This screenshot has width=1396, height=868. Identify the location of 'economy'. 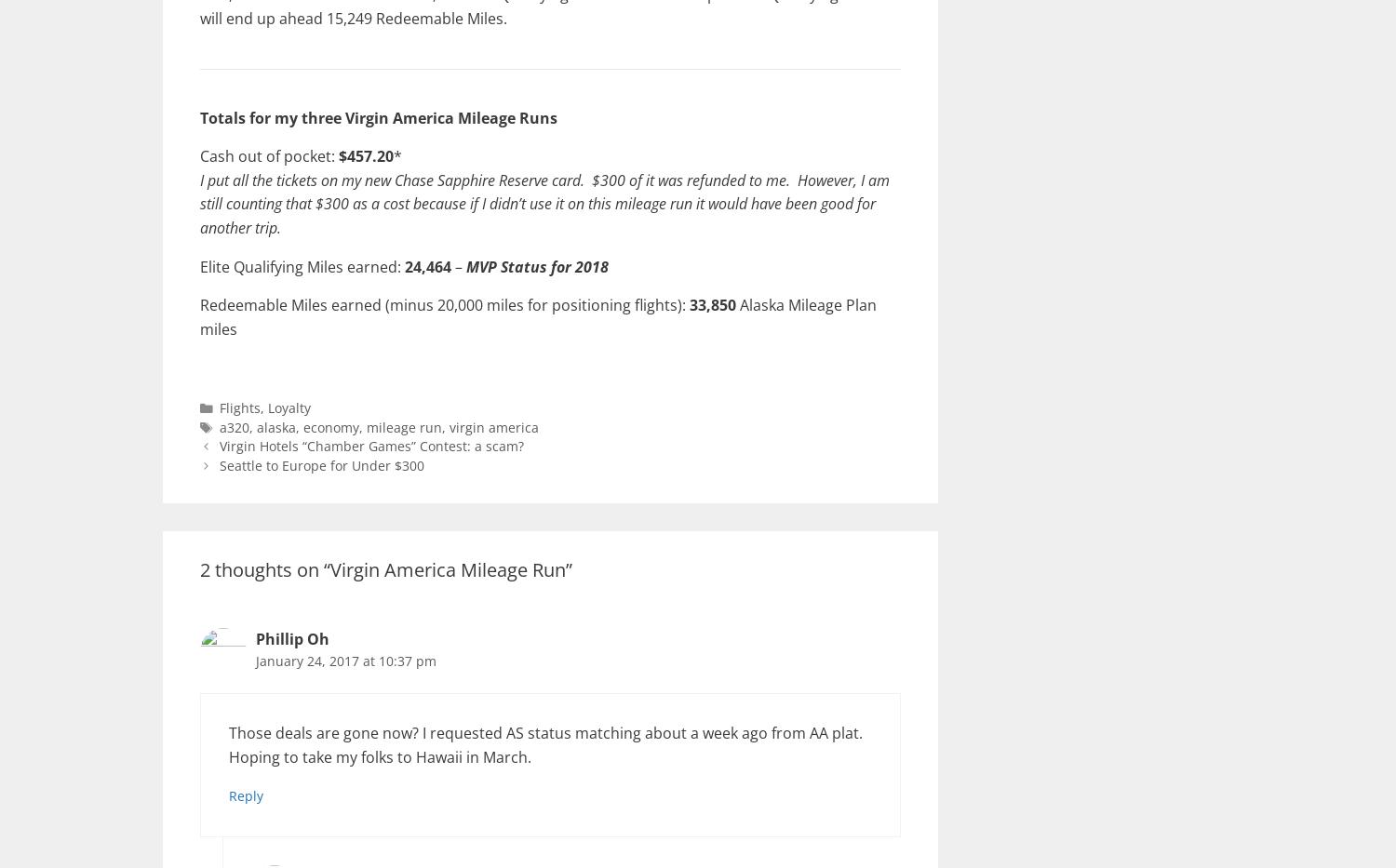
(329, 425).